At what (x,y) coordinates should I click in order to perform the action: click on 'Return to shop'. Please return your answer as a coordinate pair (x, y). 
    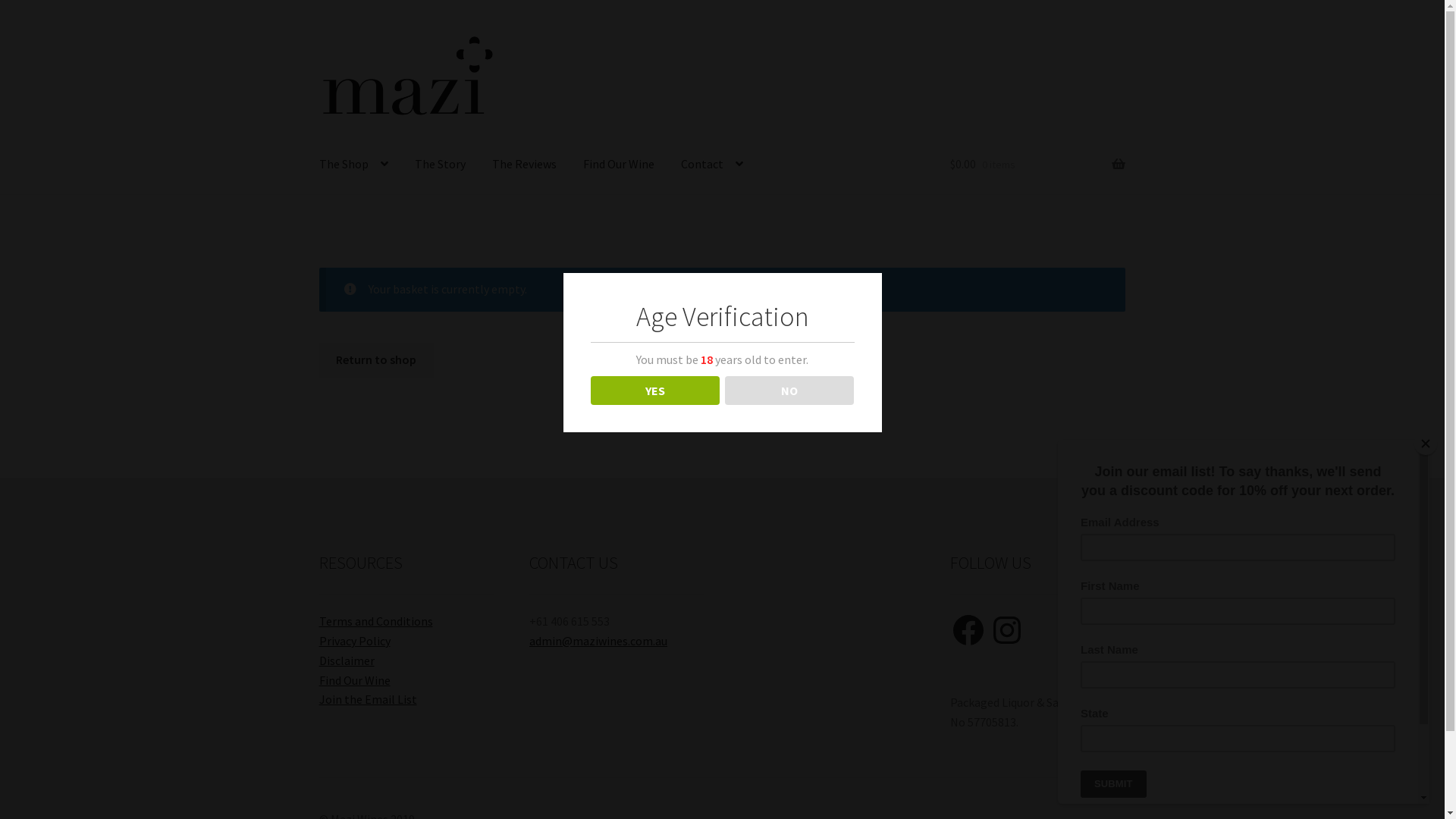
    Looking at the image, I should click on (376, 359).